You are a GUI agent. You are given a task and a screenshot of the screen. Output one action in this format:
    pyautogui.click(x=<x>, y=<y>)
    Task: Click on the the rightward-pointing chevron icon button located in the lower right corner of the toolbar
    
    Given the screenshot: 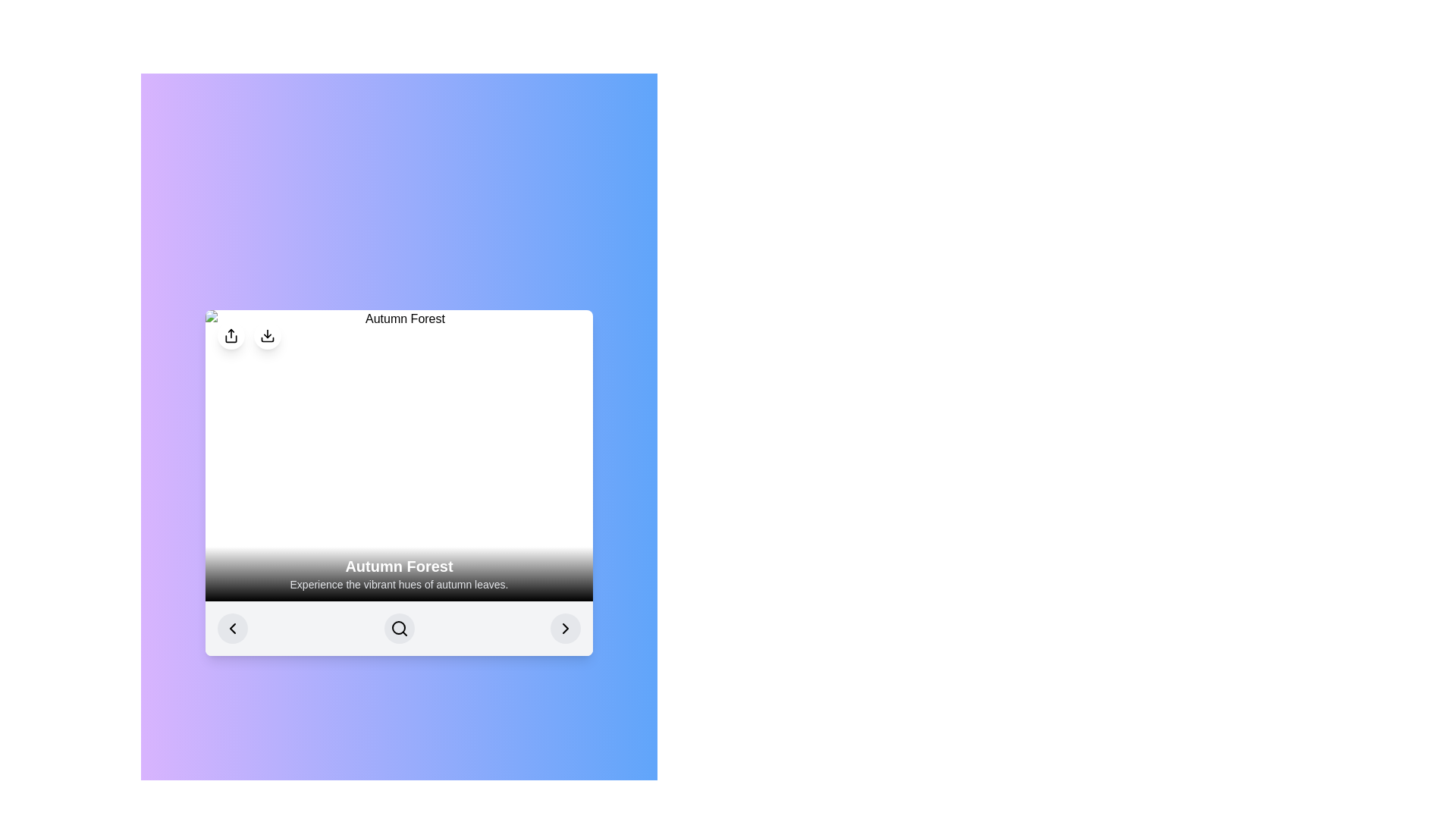 What is the action you would take?
    pyautogui.click(x=564, y=629)
    